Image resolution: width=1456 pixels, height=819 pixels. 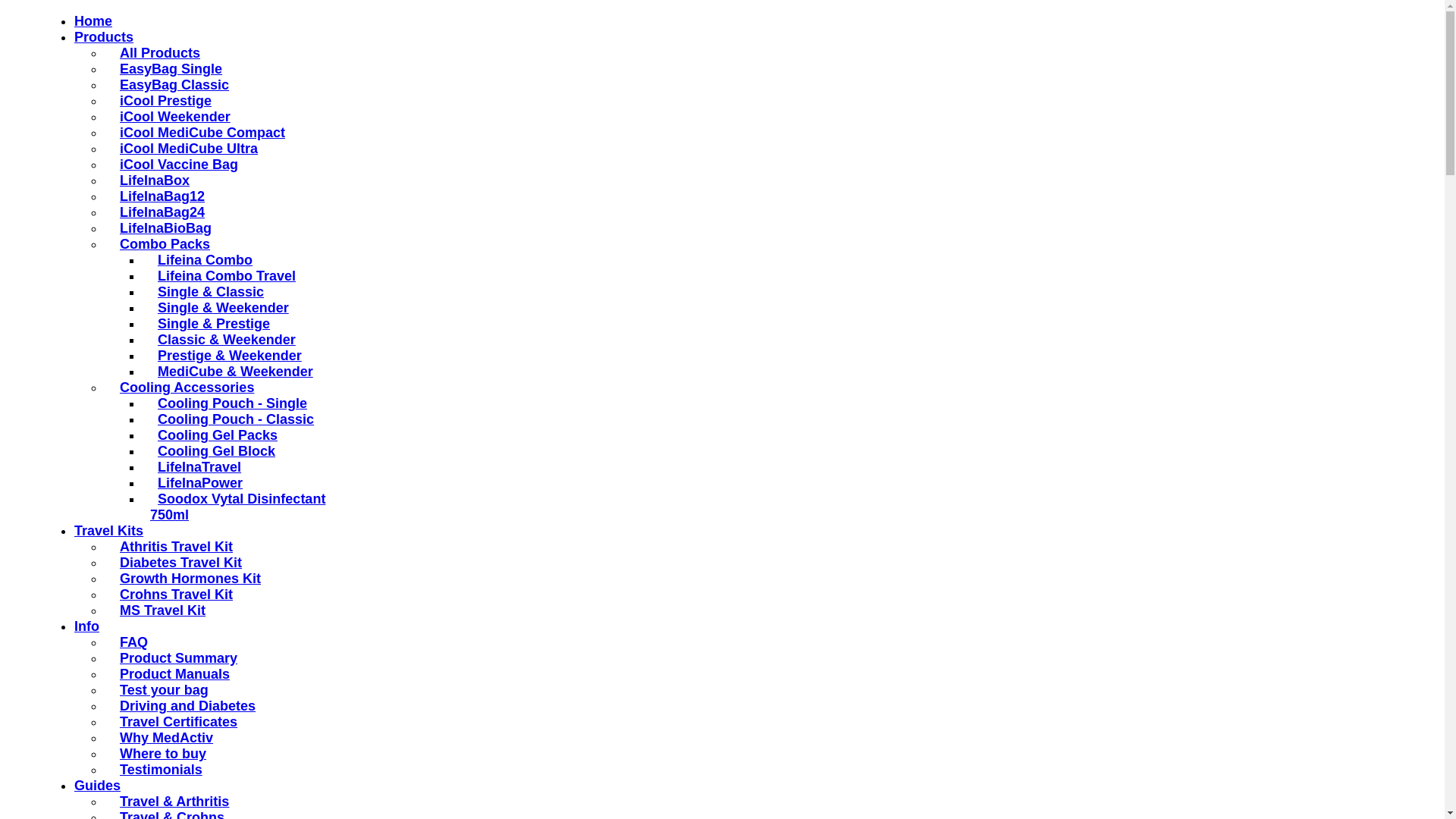 I want to click on 'Travel Kits', so click(x=108, y=529).